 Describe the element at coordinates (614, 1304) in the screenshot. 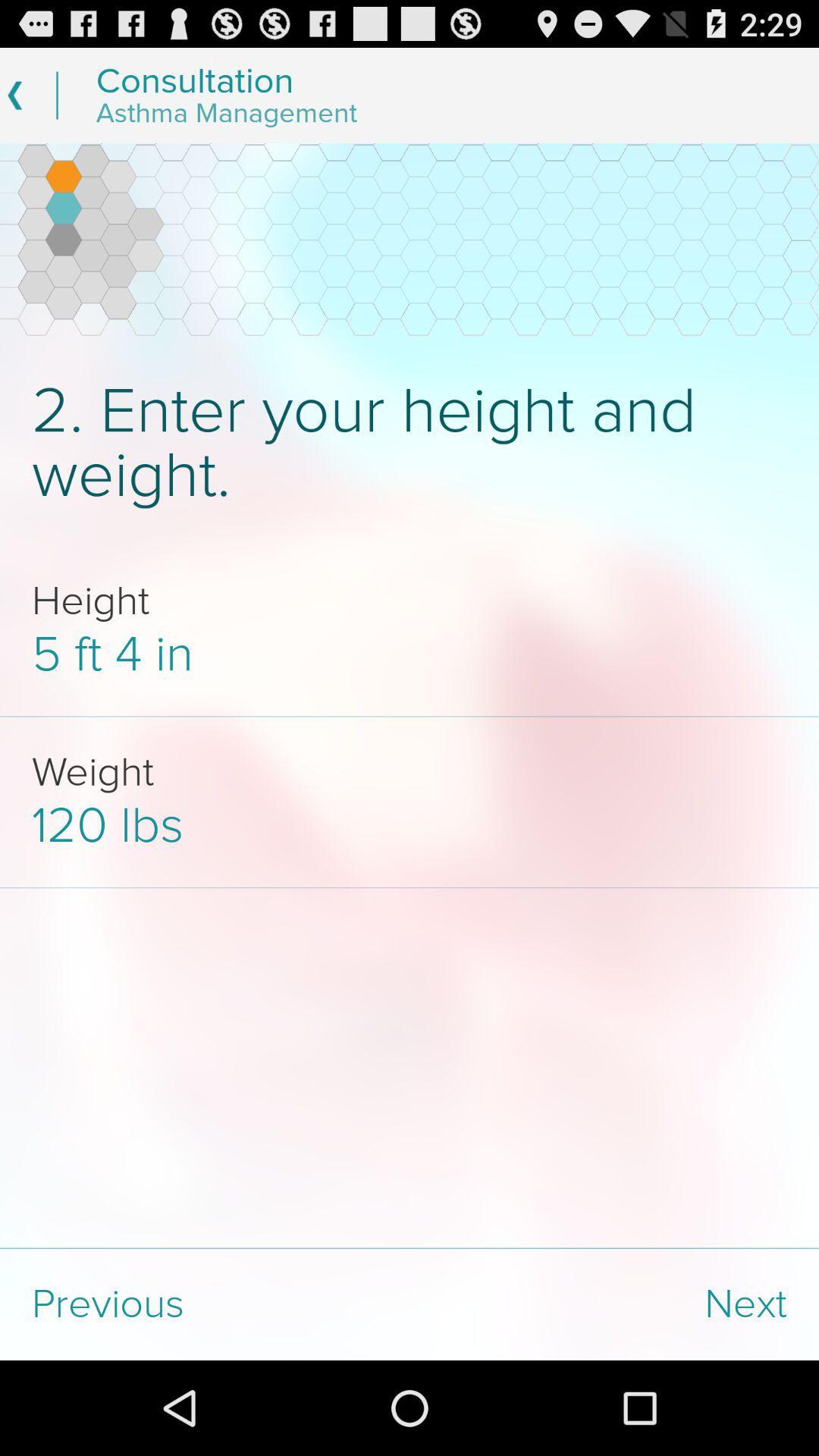

I see `the icon next to previous item` at that location.